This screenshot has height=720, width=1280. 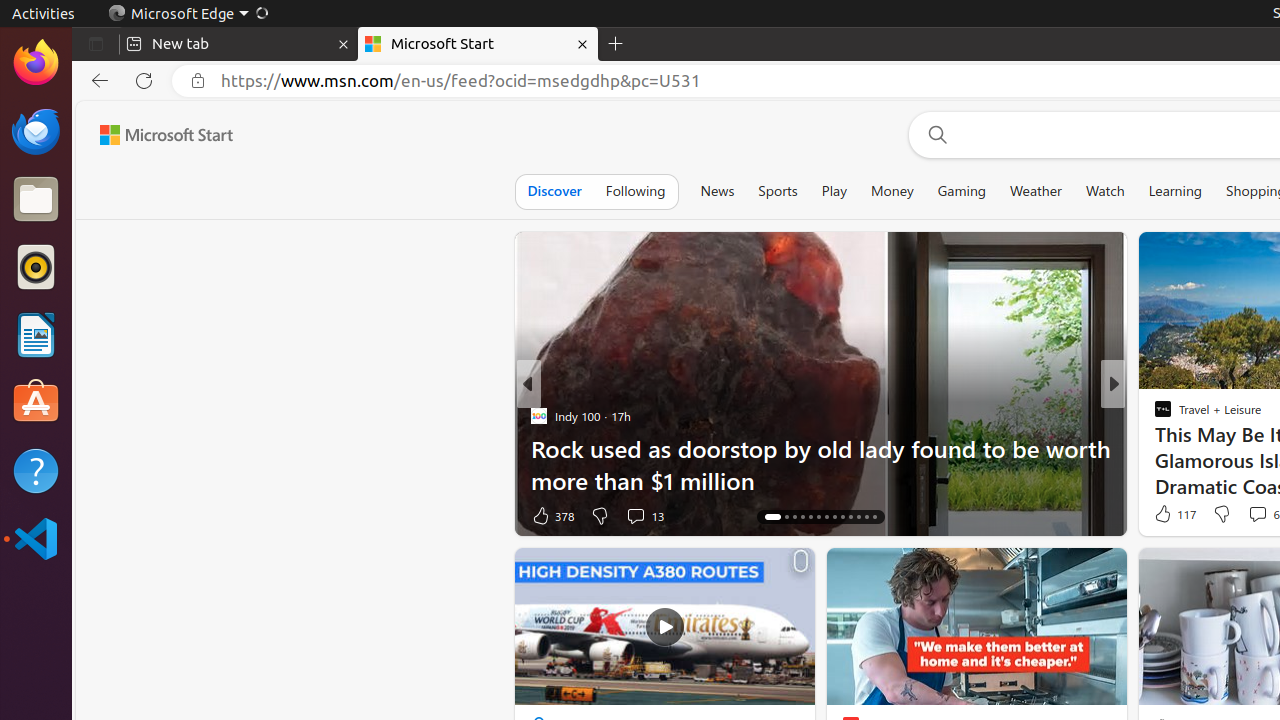 What do you see at coordinates (1168, 514) in the screenshot?
I see `'137 Like'` at bounding box center [1168, 514].